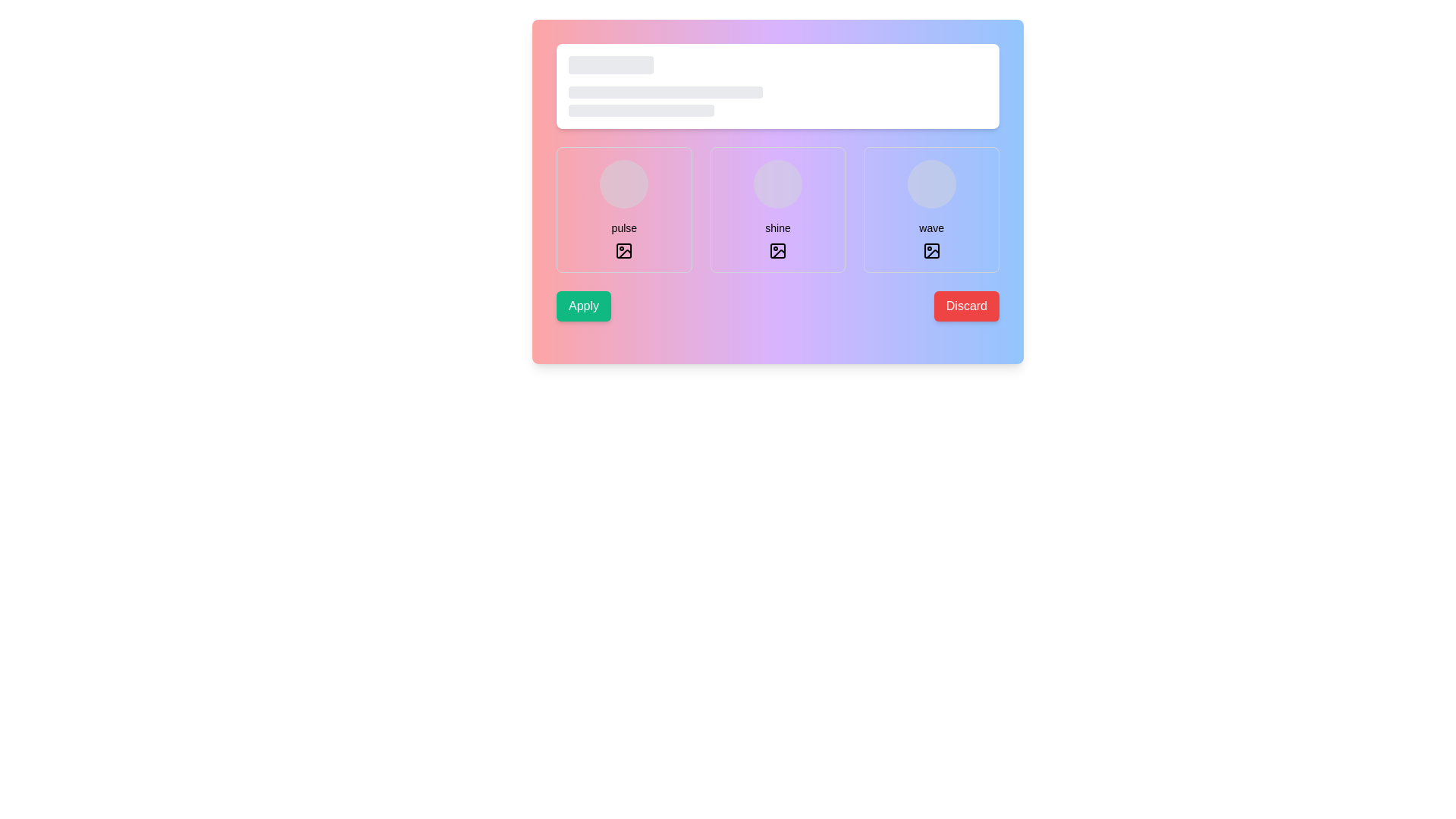 This screenshot has width=1456, height=819. I want to click on the middle block labeled 'shine' with a purple gradient background in the grid layout, so click(778, 210).